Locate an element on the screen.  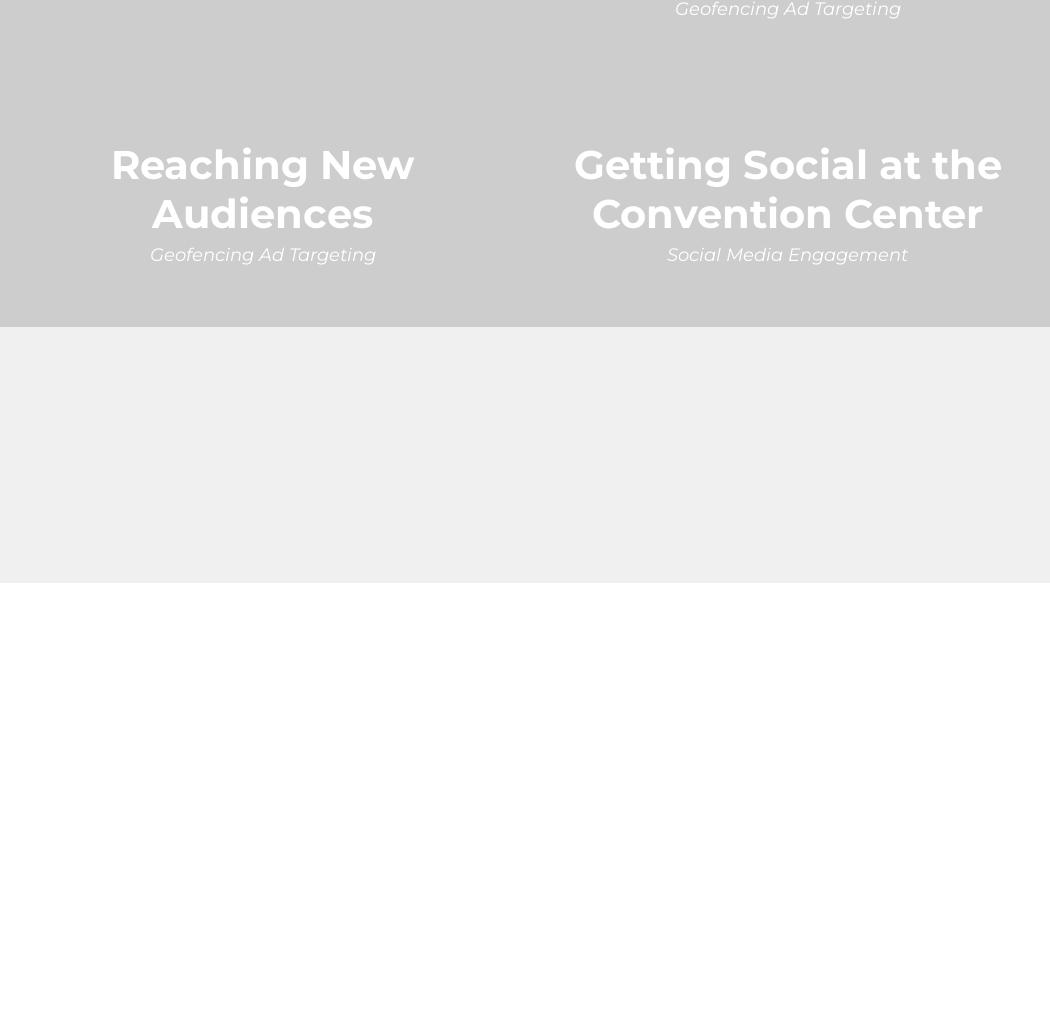
'18,615' is located at coordinates (82, 423).